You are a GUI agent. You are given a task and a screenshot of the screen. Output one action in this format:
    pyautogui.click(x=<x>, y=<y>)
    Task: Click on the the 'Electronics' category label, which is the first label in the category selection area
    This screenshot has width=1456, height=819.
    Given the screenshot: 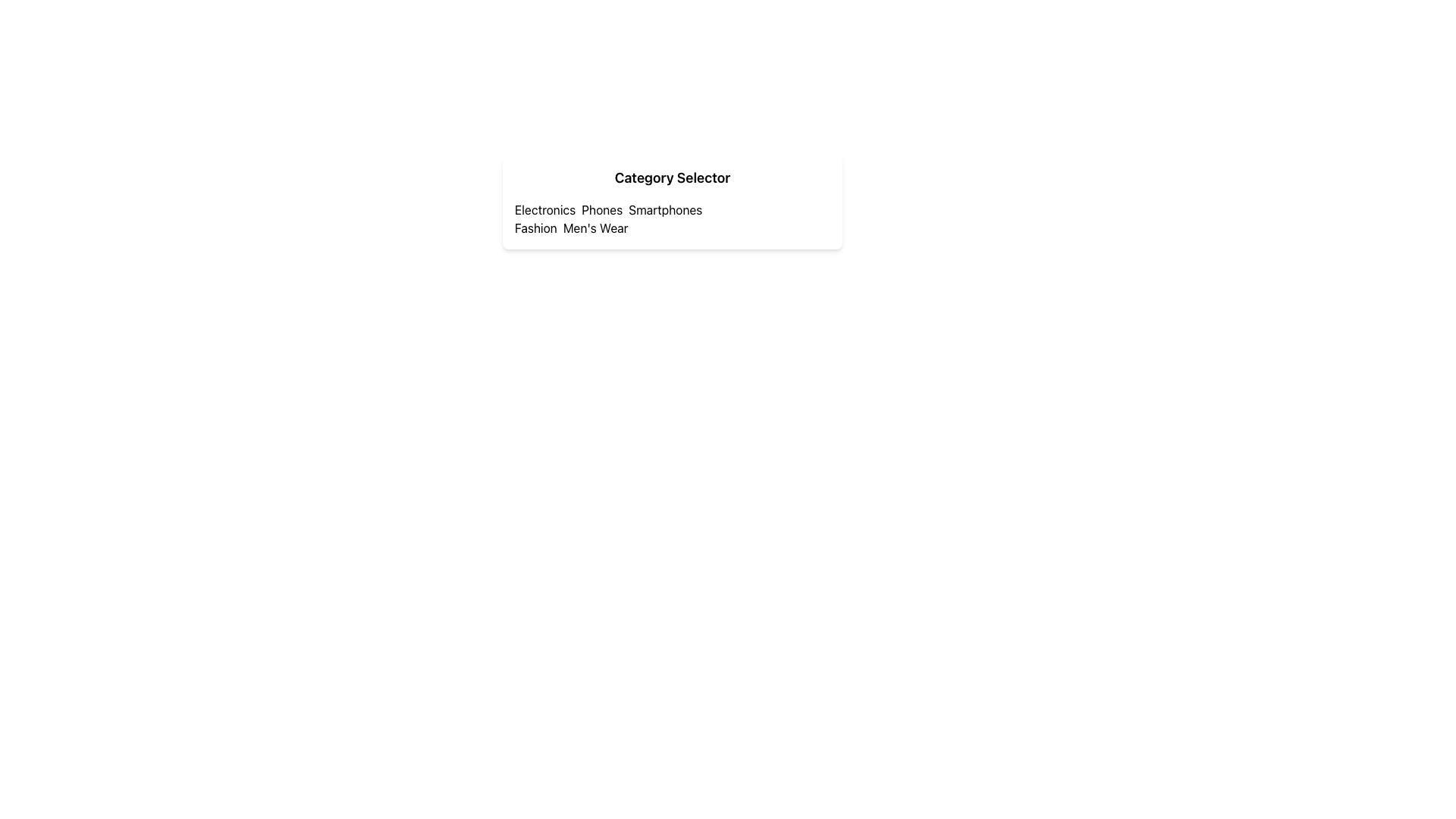 What is the action you would take?
    pyautogui.click(x=545, y=210)
    